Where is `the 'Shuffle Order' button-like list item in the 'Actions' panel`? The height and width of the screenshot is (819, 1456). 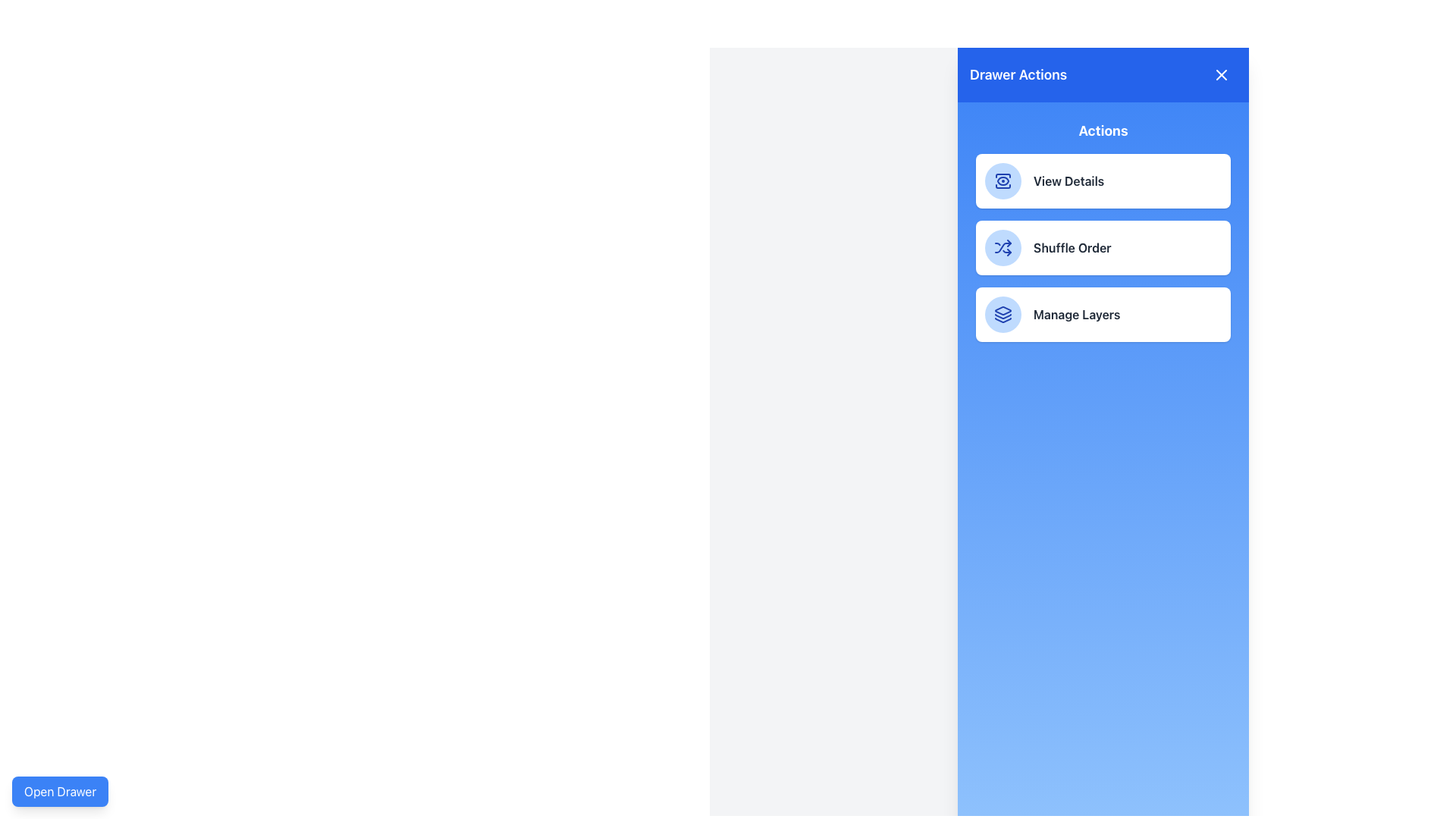
the 'Shuffle Order' button-like list item in the 'Actions' panel is located at coordinates (1103, 231).